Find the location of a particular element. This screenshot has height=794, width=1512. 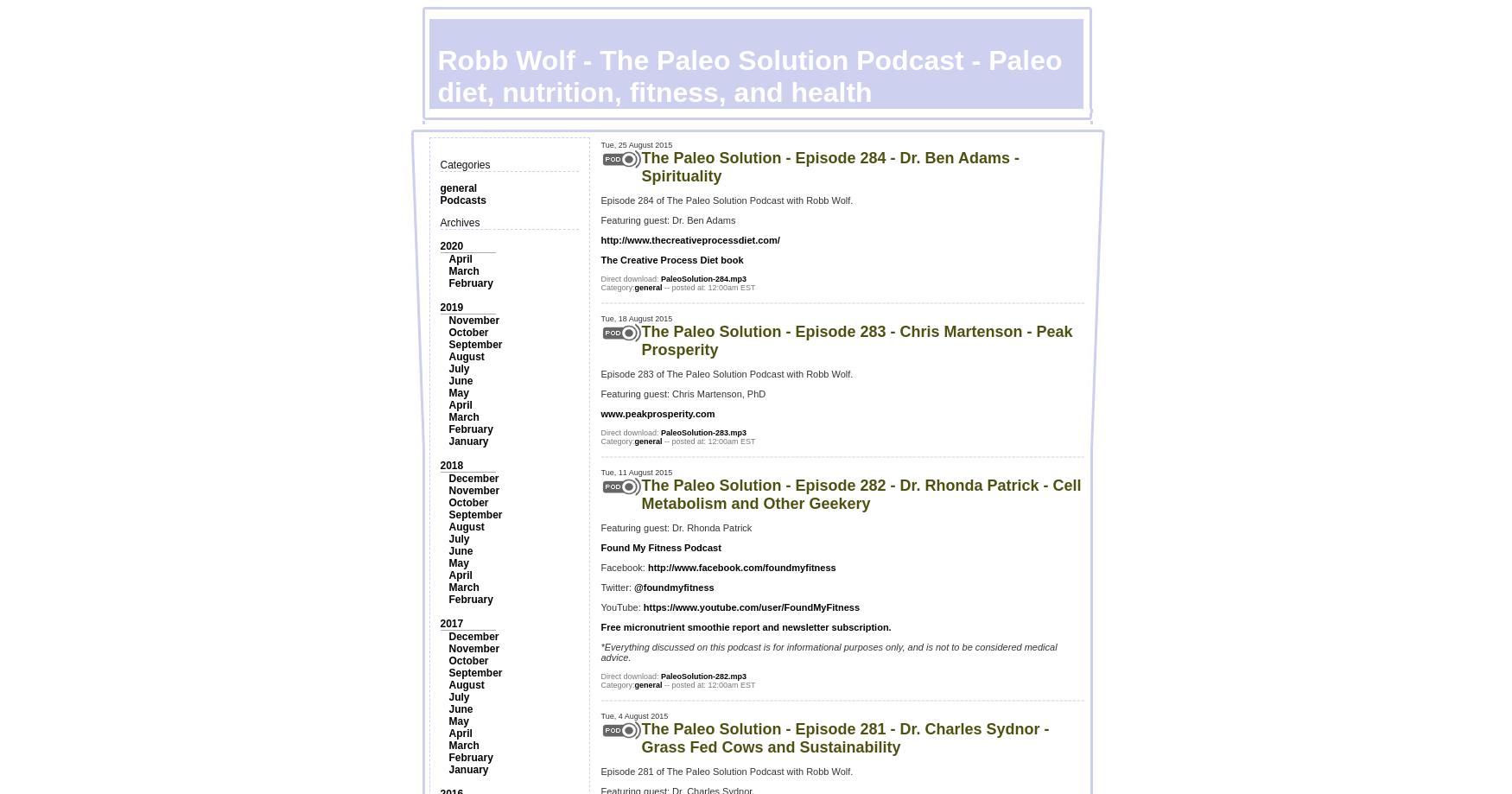

'2018' is located at coordinates (439, 464).